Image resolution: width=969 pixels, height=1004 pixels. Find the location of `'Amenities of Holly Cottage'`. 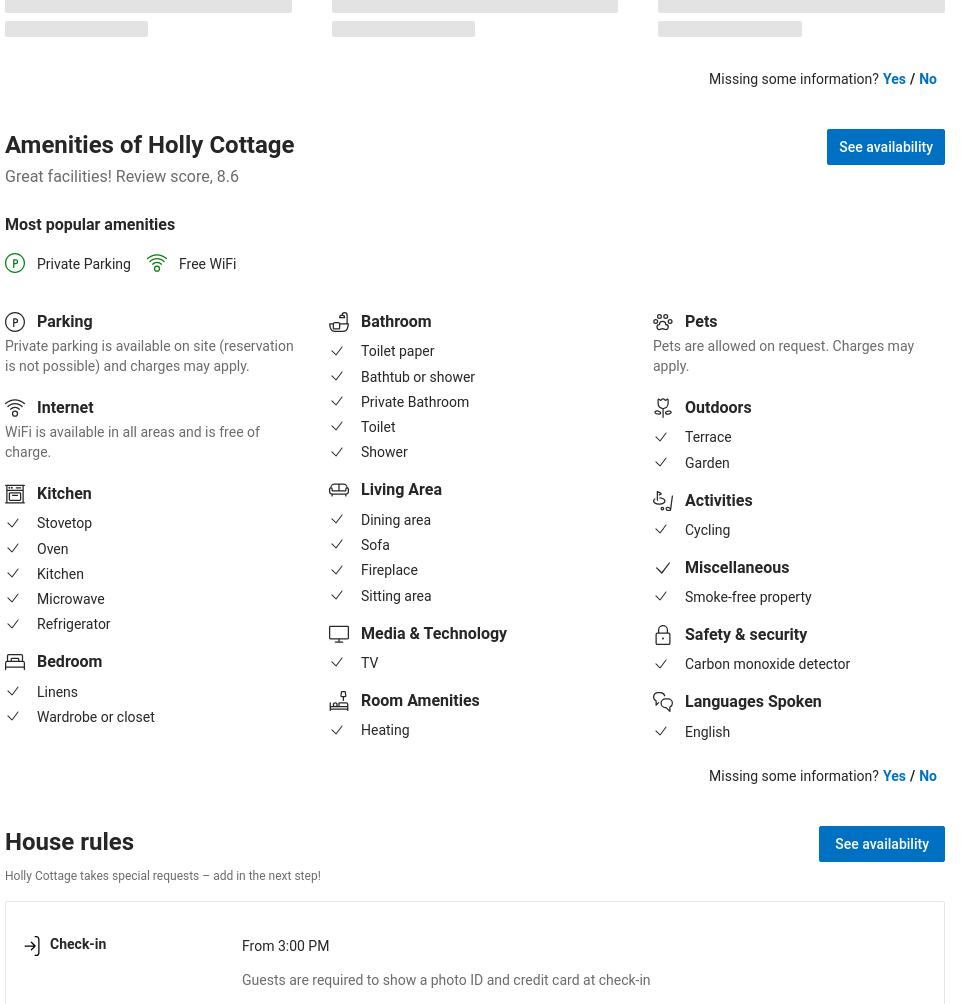

'Amenities of Holly Cottage' is located at coordinates (148, 142).